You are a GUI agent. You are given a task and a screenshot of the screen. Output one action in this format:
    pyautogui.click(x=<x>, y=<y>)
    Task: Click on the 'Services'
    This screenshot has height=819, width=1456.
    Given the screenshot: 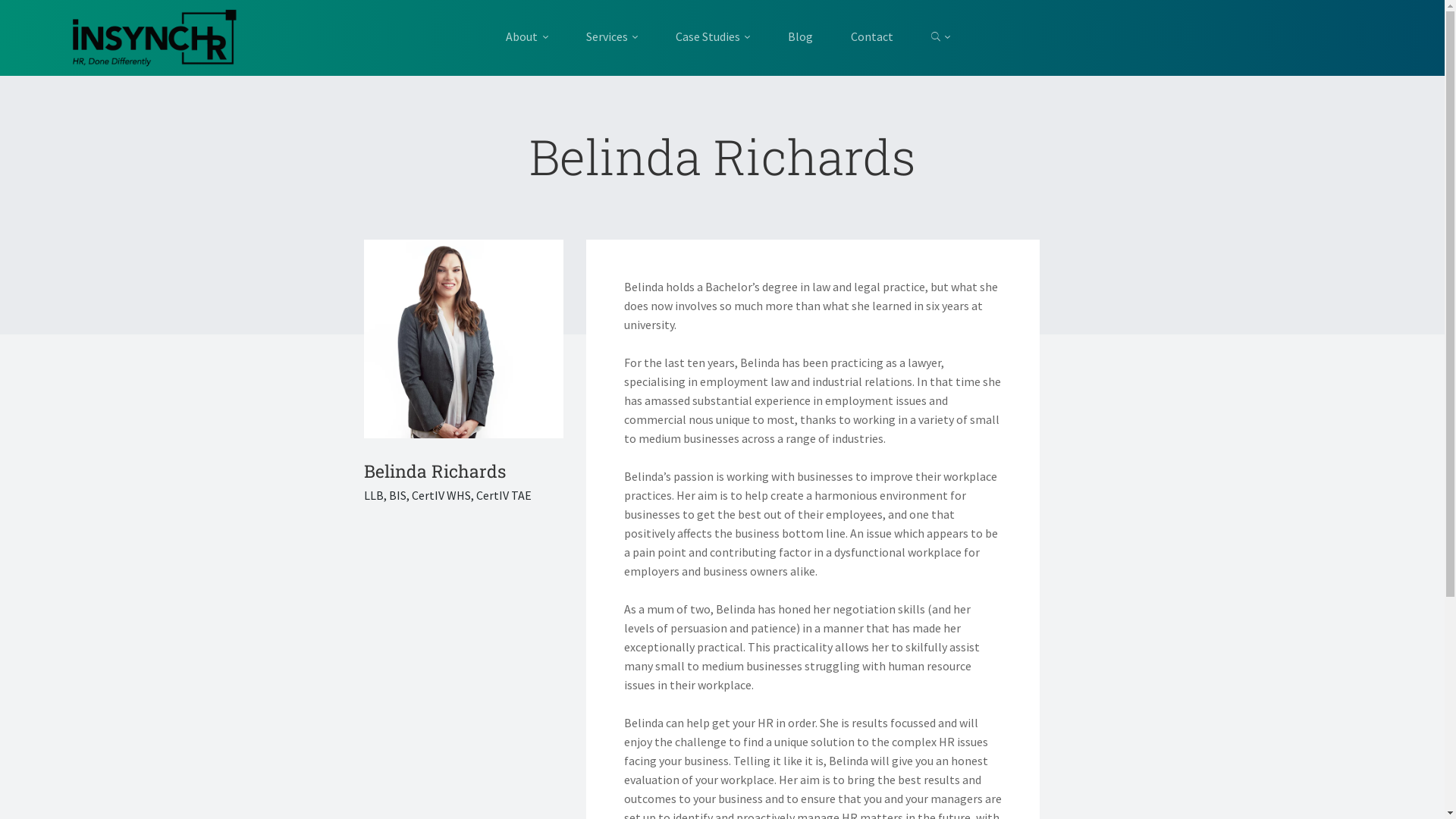 What is the action you would take?
    pyautogui.click(x=611, y=36)
    